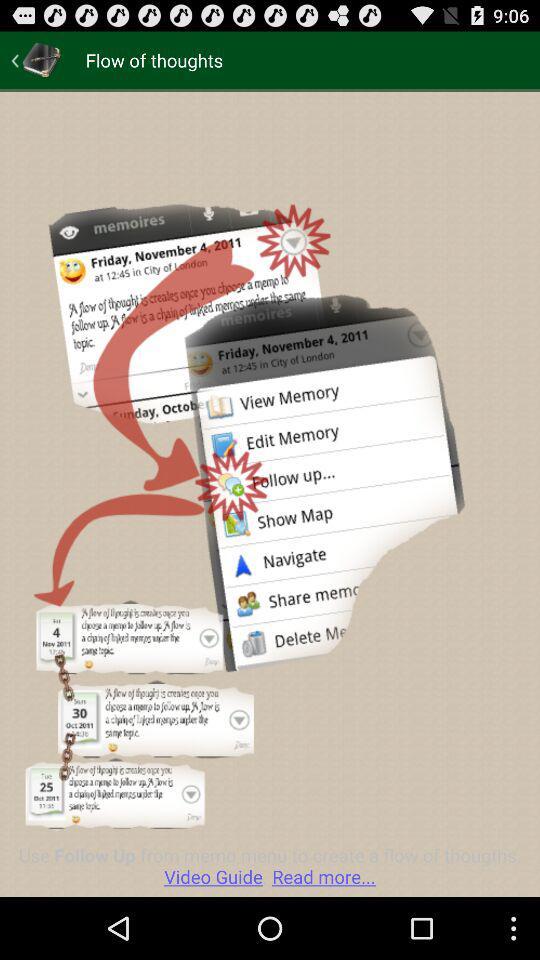 The width and height of the screenshot is (540, 960). Describe the element at coordinates (36, 64) in the screenshot. I see `the arrow_backward icon` at that location.